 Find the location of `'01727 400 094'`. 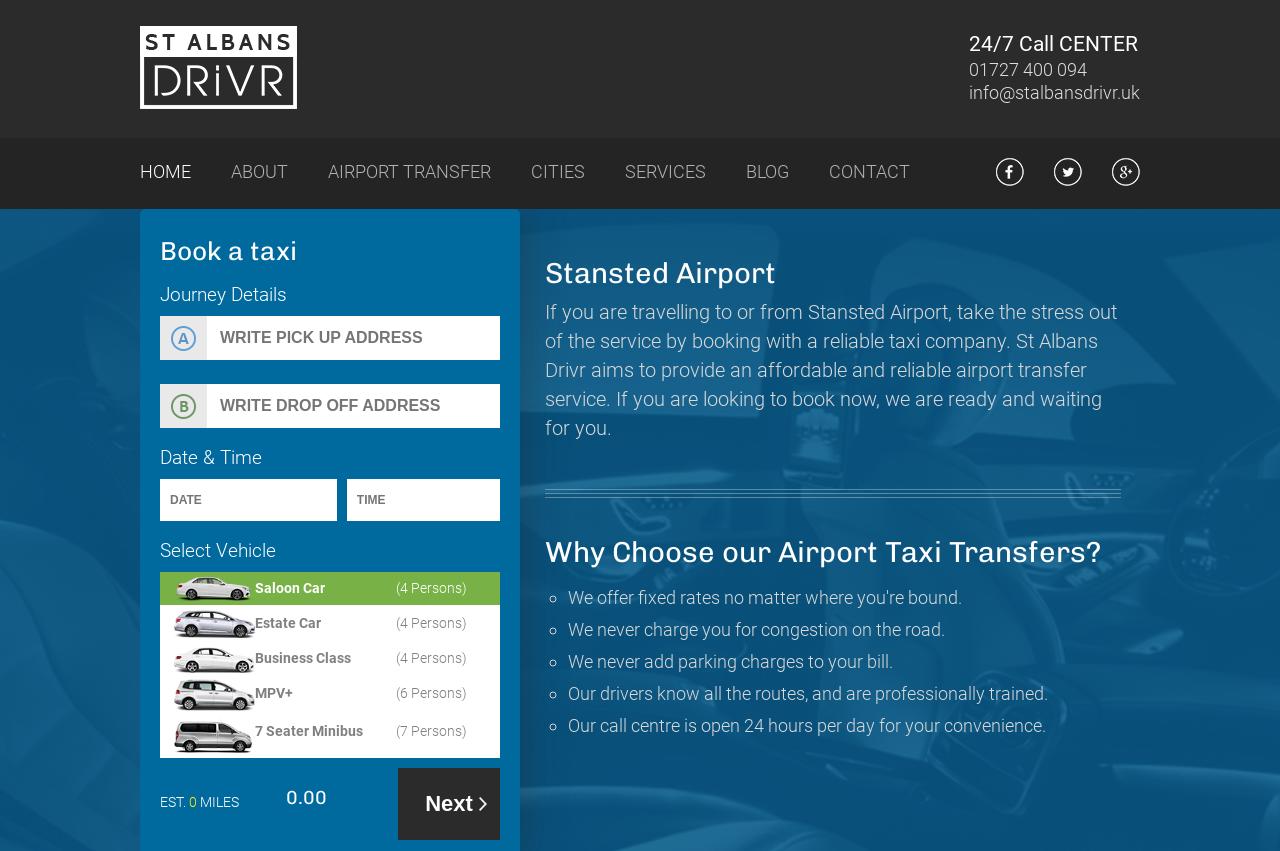

'01727 400 094' is located at coordinates (968, 69).